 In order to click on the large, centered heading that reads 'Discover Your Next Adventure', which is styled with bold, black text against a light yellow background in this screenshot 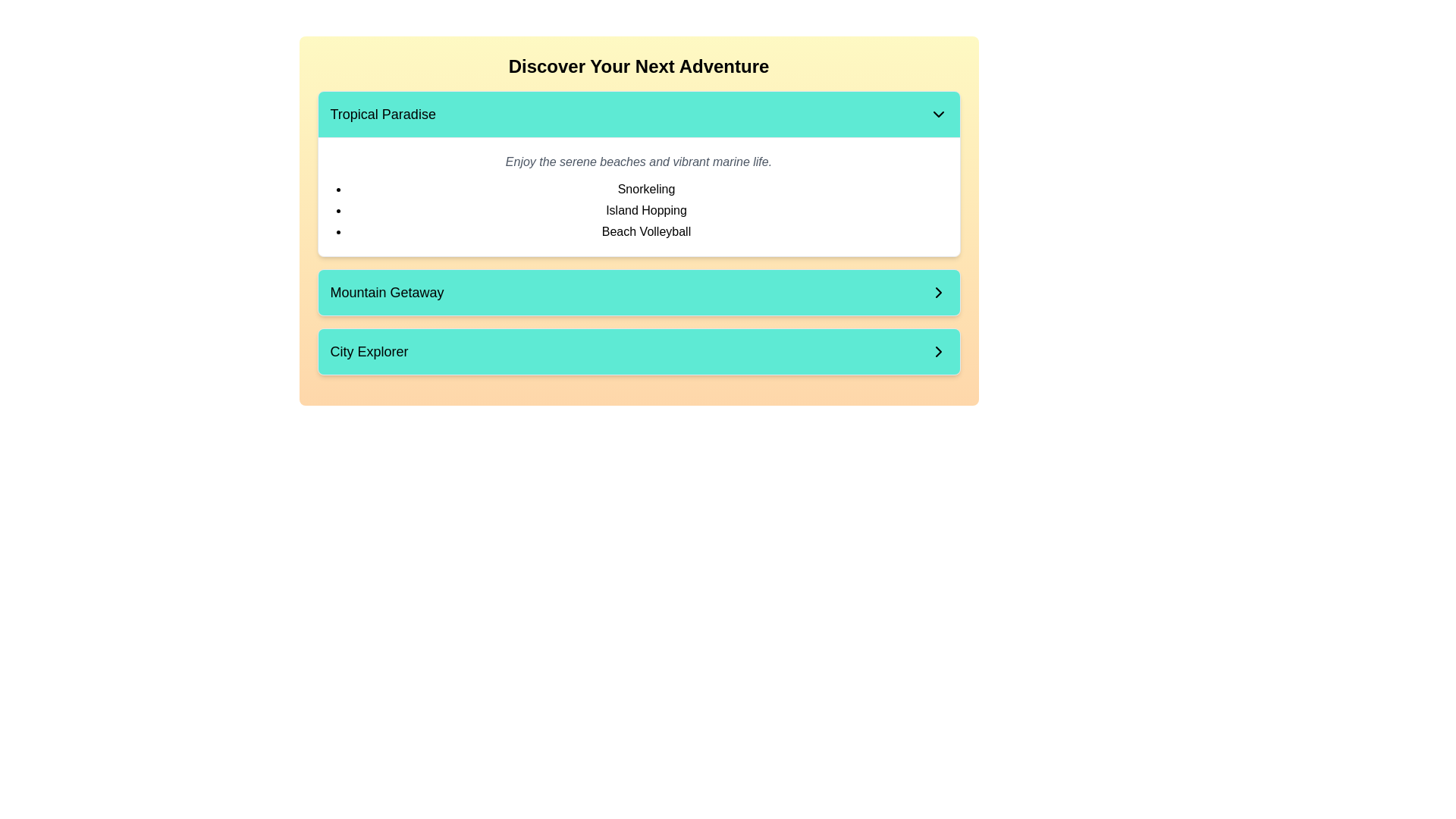, I will do `click(639, 66)`.